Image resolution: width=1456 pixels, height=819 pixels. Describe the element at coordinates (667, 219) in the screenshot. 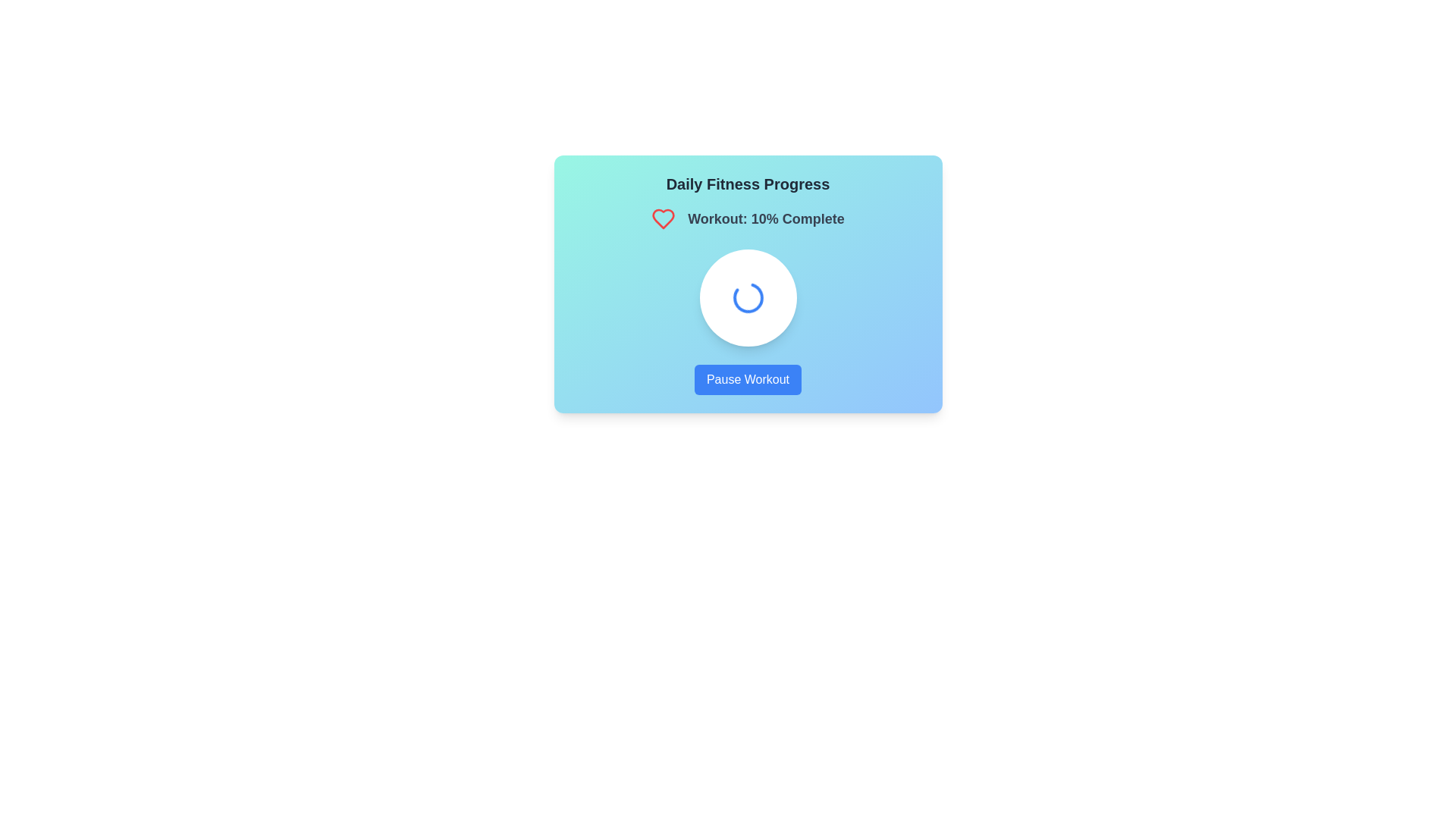

I see `the heart-shaped graphic icon rendered in bold red, located to the left of the text 'Workout: 10% Complete'` at that location.